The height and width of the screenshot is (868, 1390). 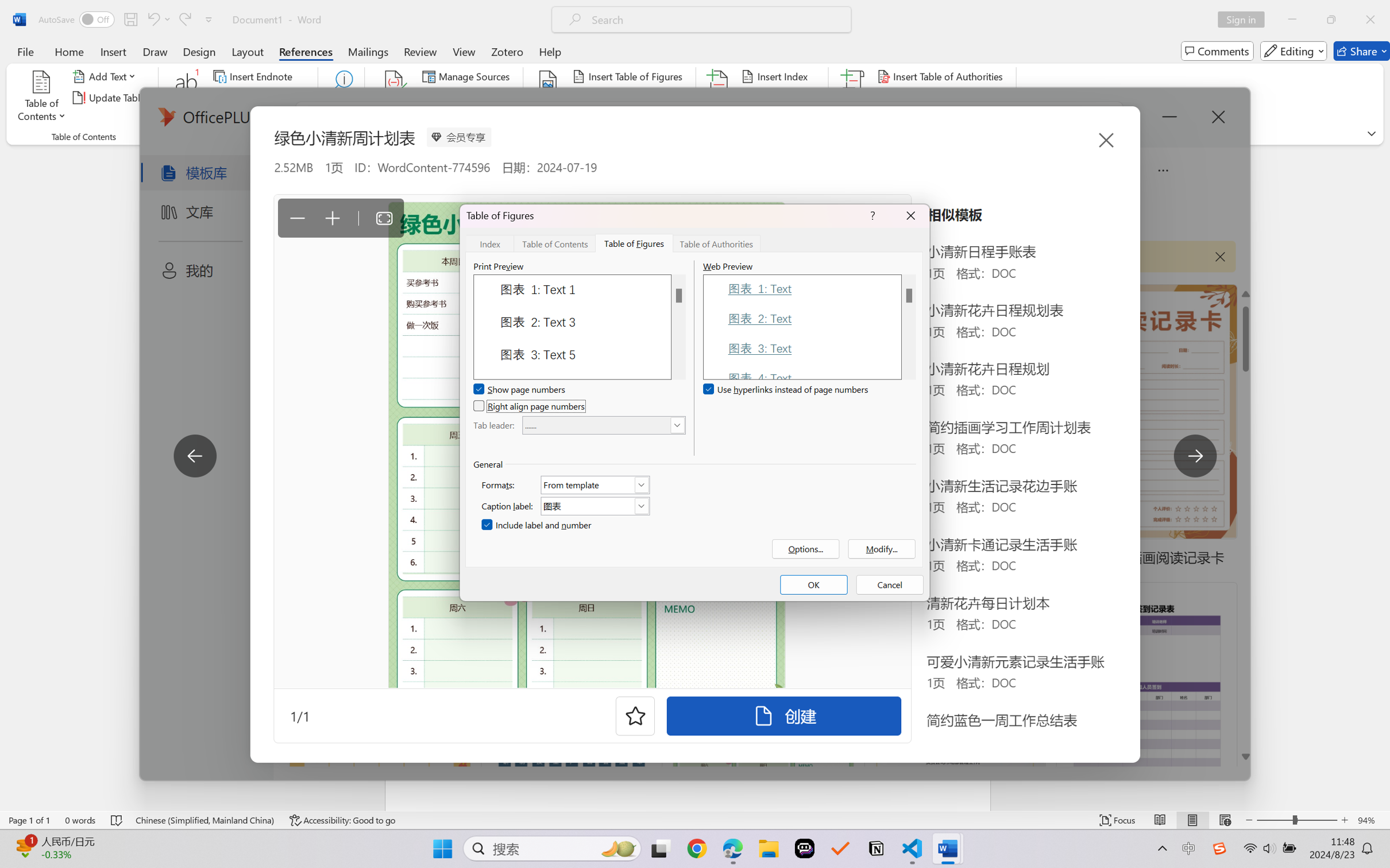 I want to click on 'Caption label:', so click(x=595, y=505).